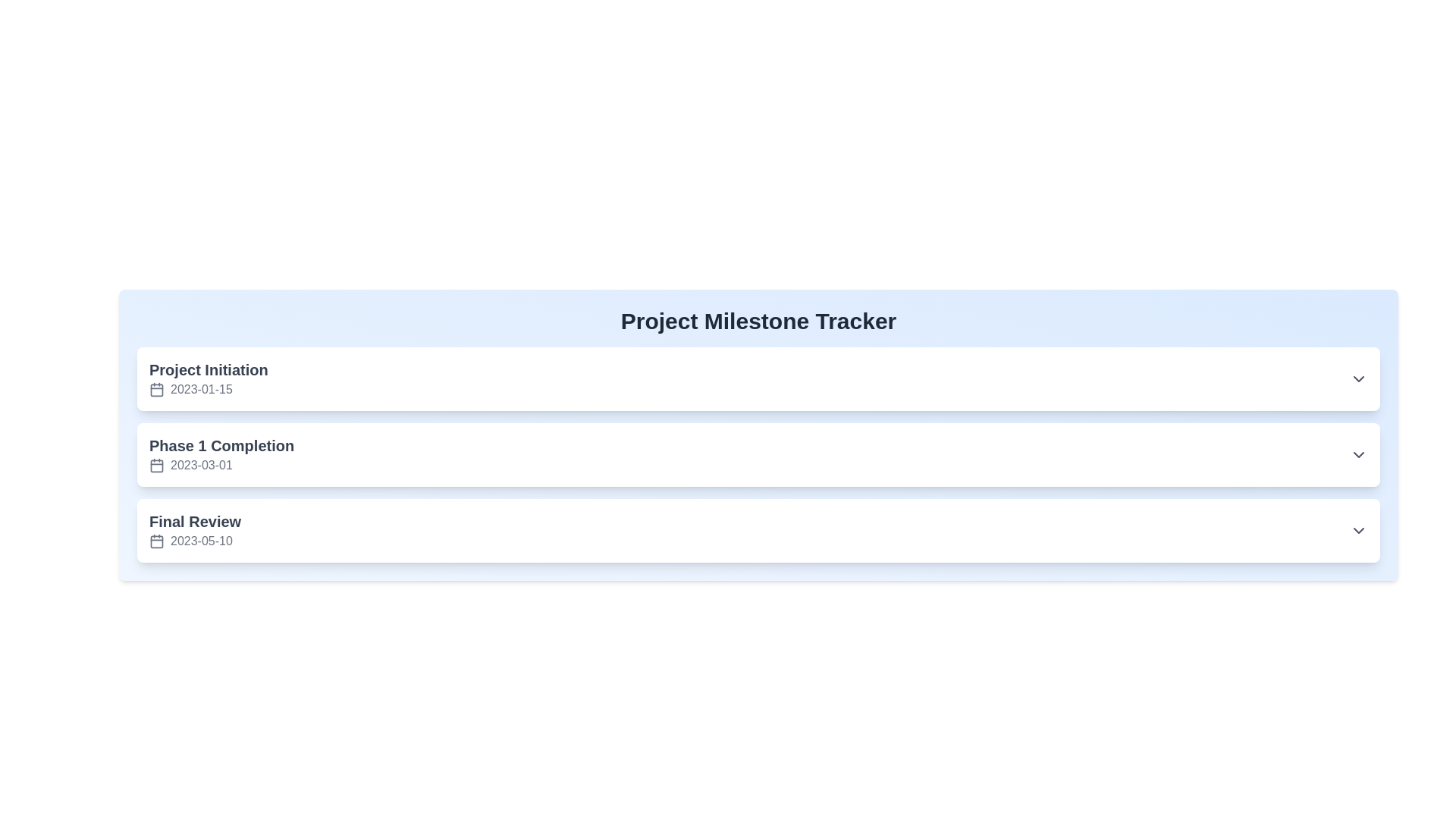 The height and width of the screenshot is (819, 1456). Describe the element at coordinates (194, 540) in the screenshot. I see `the text displaying the date '2023-05-10' which is gray-colored and has a calendar icon to the left, located below the 'Final Review' label` at that location.